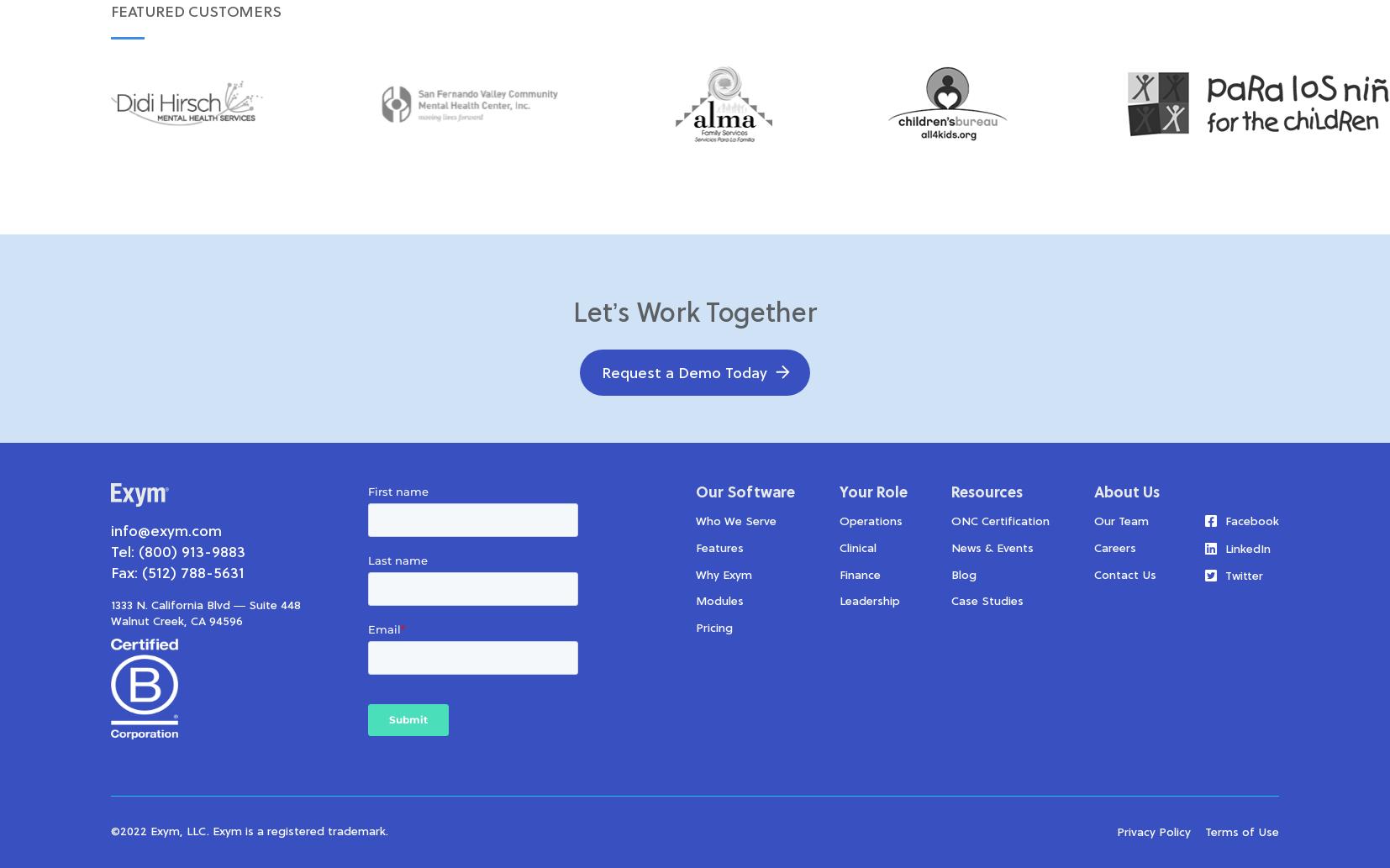 Image resolution: width=1390 pixels, height=868 pixels. What do you see at coordinates (125, 572) in the screenshot?
I see `'Fax:'` at bounding box center [125, 572].